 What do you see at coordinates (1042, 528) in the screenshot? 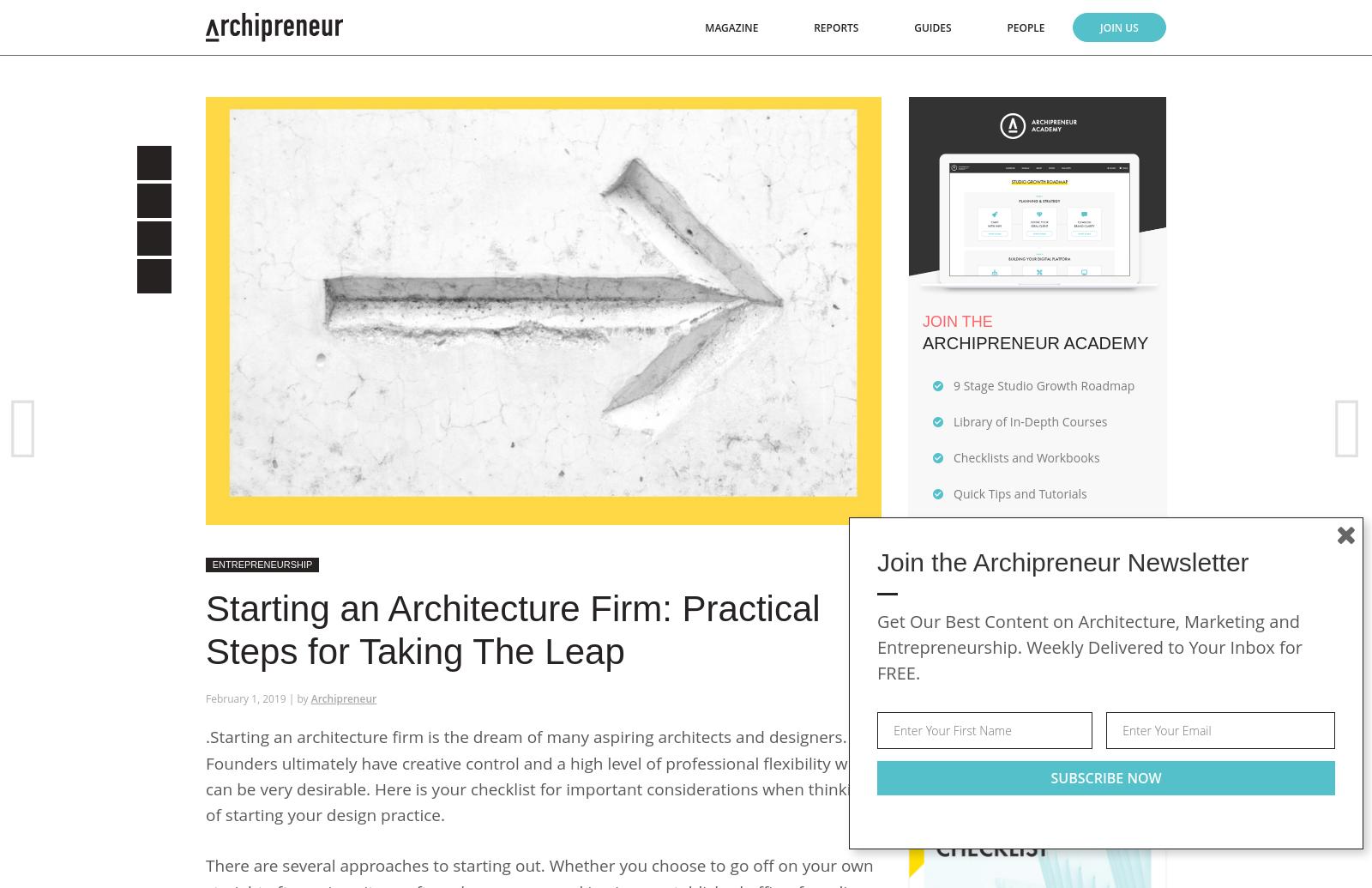
I see `'A Supportive Online Community'` at bounding box center [1042, 528].